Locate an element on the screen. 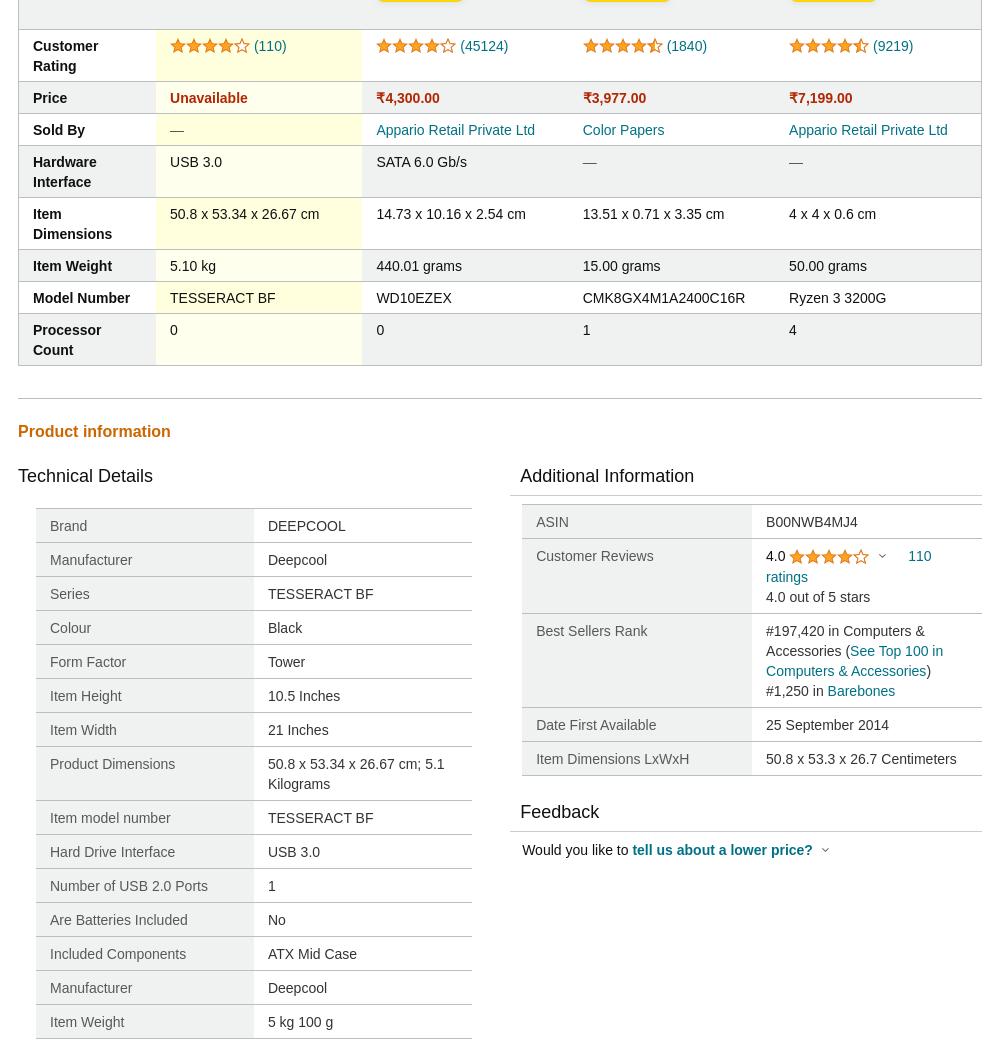 The width and height of the screenshot is (1000, 1044). '1' is located at coordinates (585, 330).